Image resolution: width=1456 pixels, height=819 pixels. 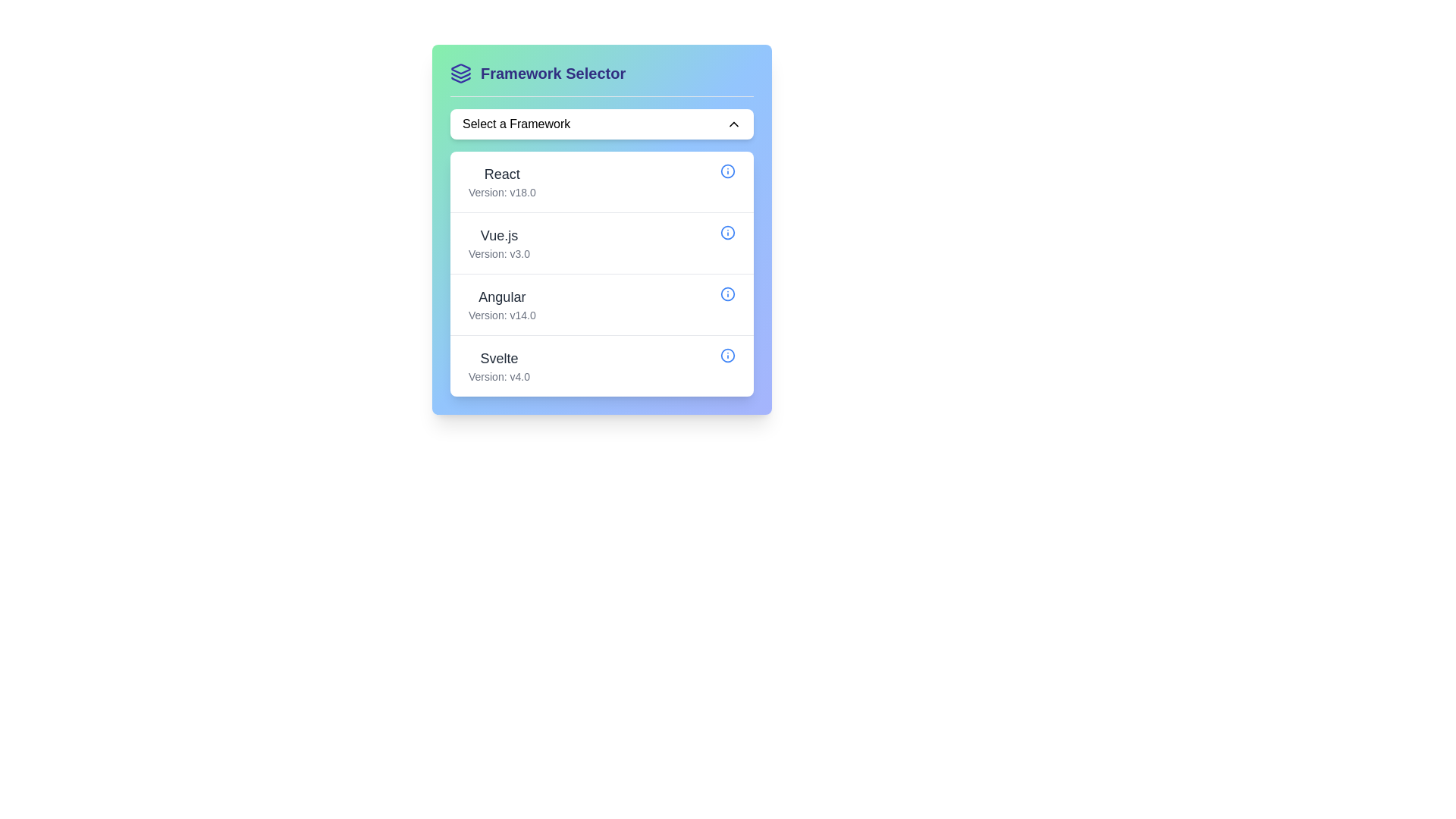 What do you see at coordinates (601, 124) in the screenshot?
I see `the Dropdown button located within the 'Framework Selector' card` at bounding box center [601, 124].